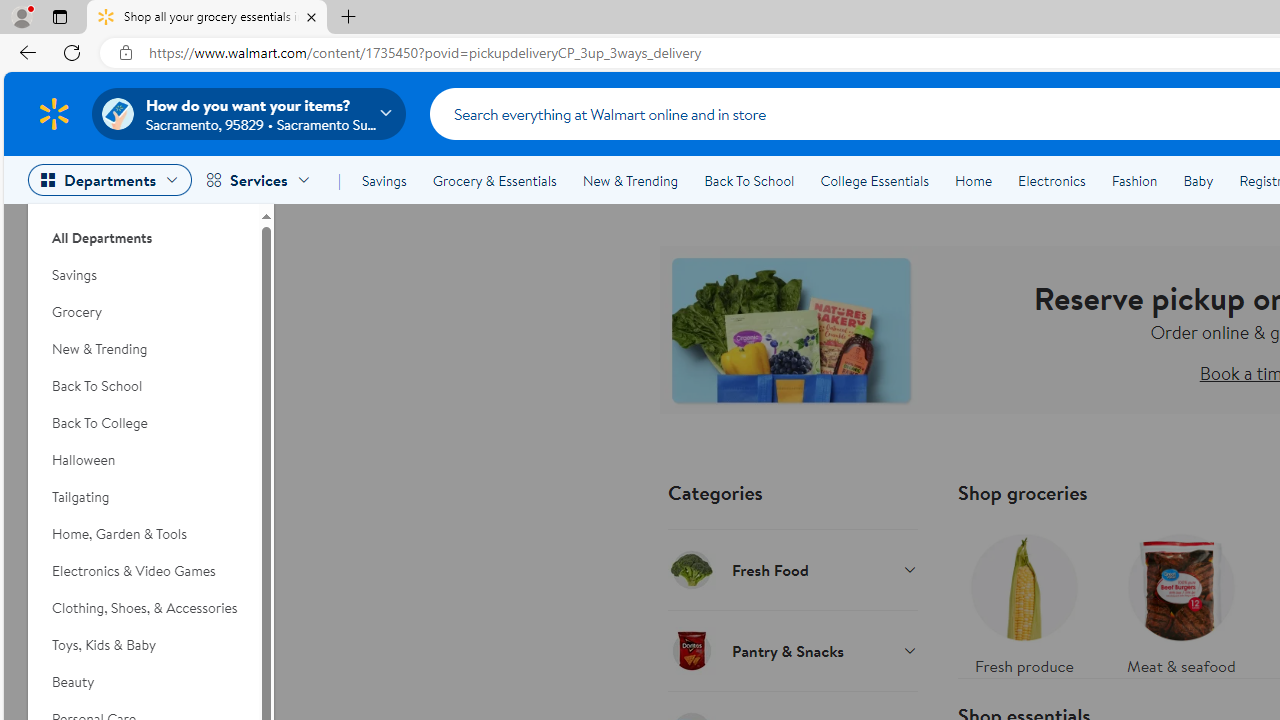  What do you see at coordinates (207, 17) in the screenshot?
I see `'Shop all your grocery essentials in one place! - Walmart.com'` at bounding box center [207, 17].